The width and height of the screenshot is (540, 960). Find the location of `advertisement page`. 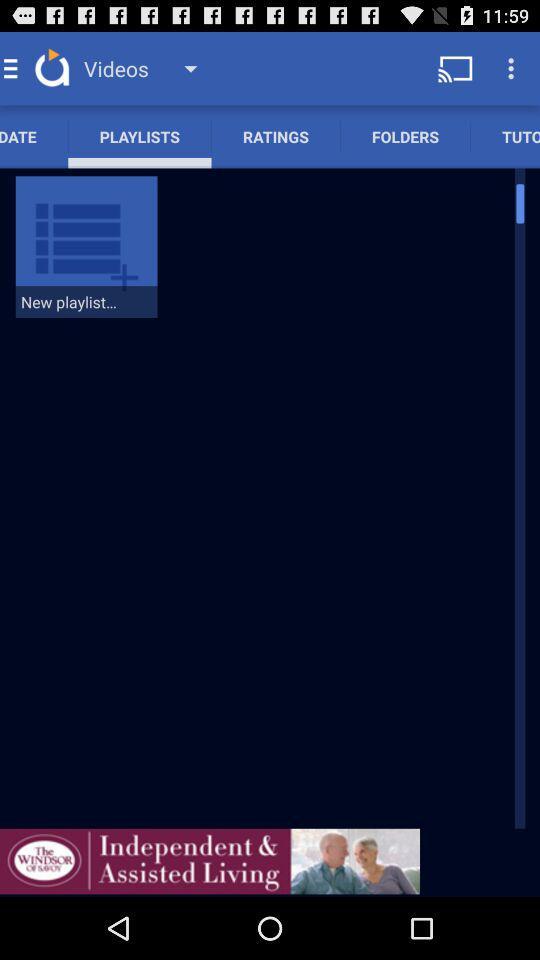

advertisement page is located at coordinates (209, 860).